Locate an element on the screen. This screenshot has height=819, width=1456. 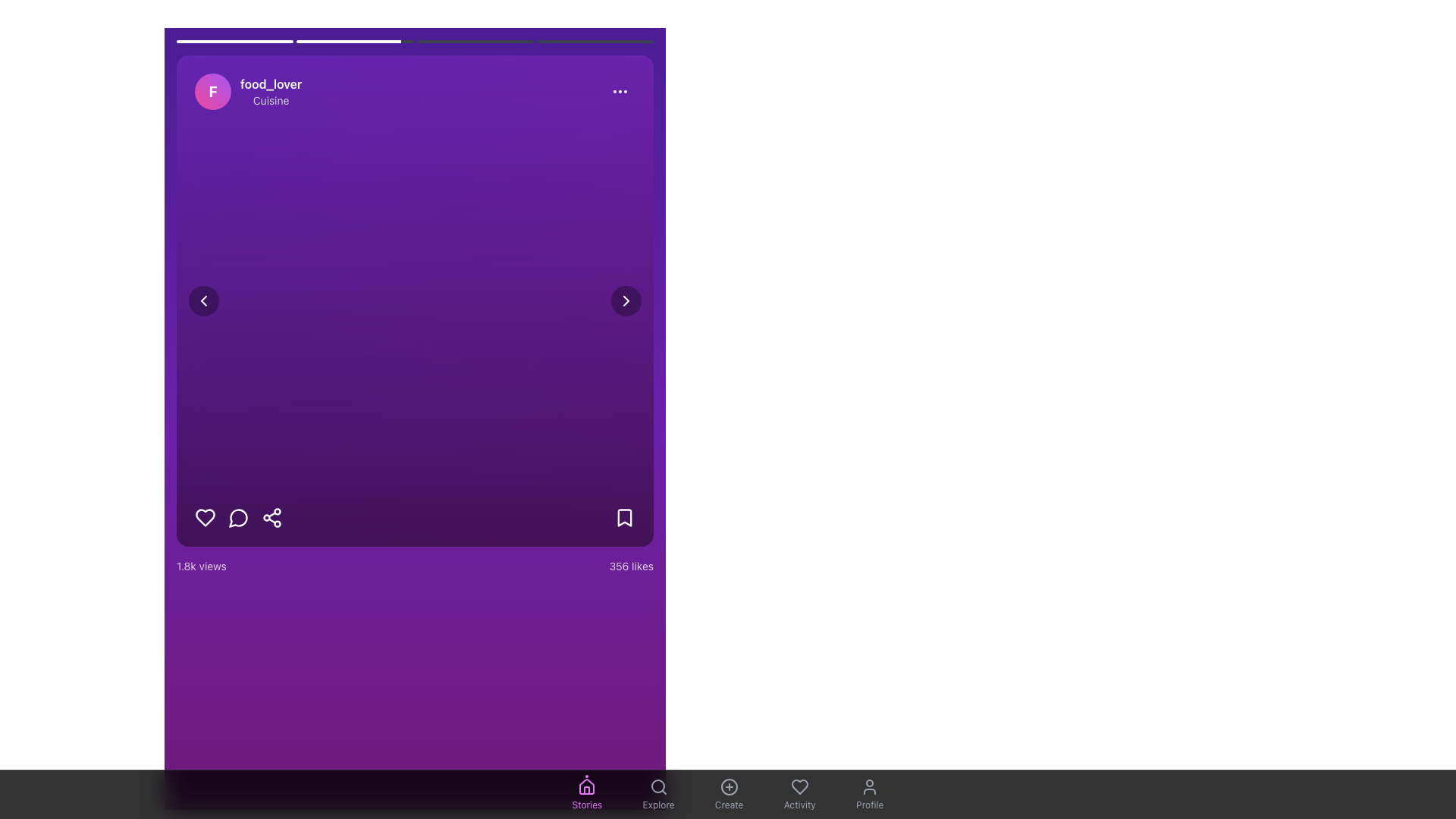
the magnifying glass icon from the bottom navigation bar is located at coordinates (658, 786).